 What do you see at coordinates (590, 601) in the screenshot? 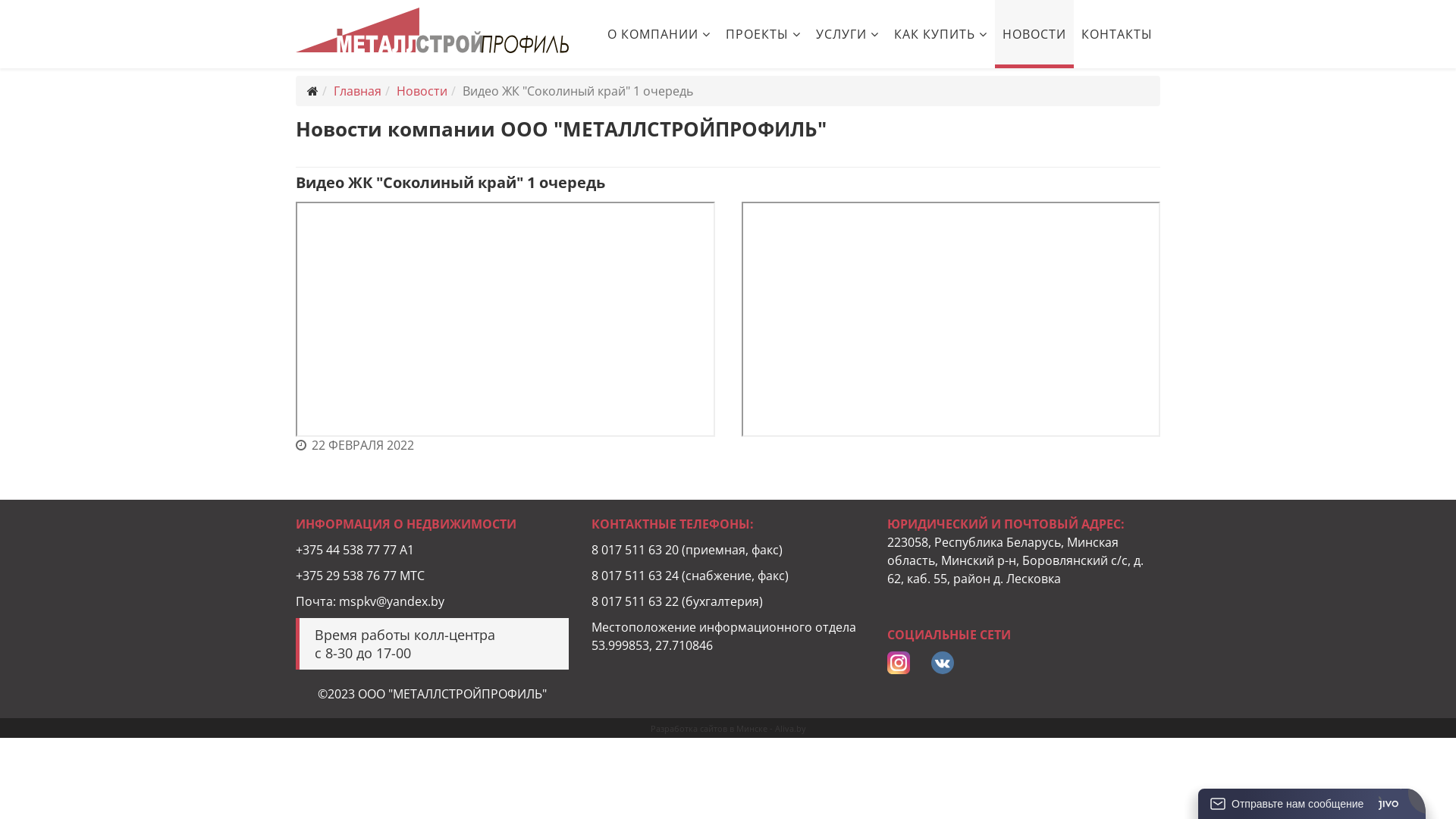
I see `'8 017 511 63 22'` at bounding box center [590, 601].